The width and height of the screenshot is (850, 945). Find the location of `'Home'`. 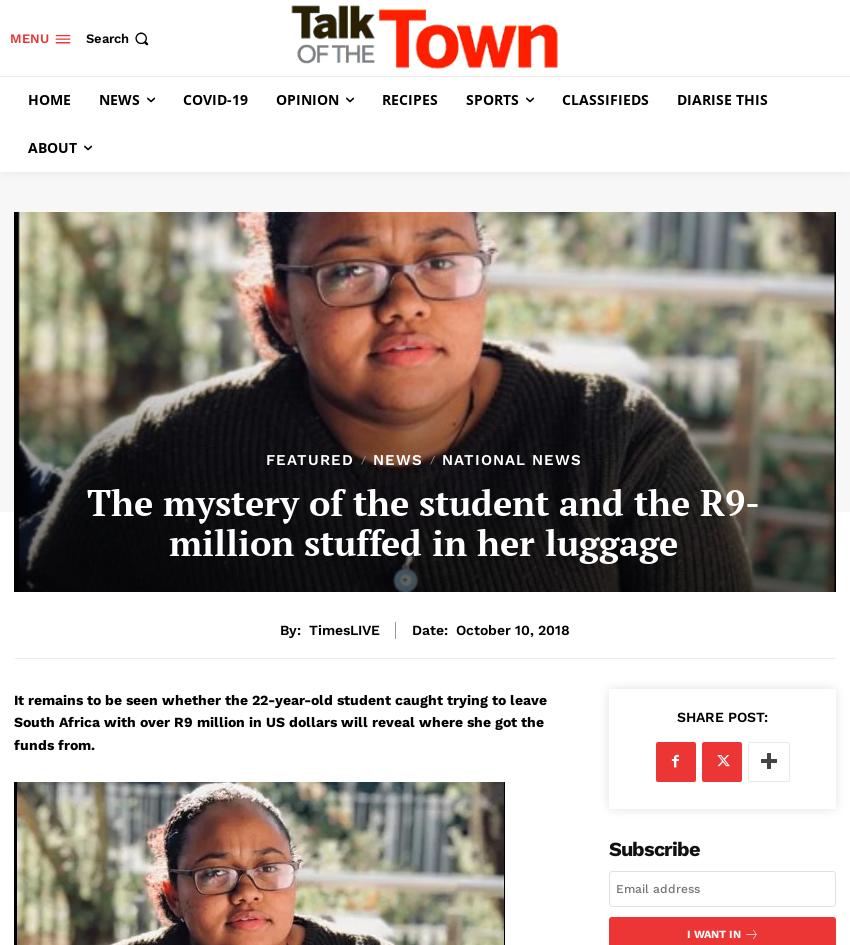

'Home' is located at coordinates (26, 98).